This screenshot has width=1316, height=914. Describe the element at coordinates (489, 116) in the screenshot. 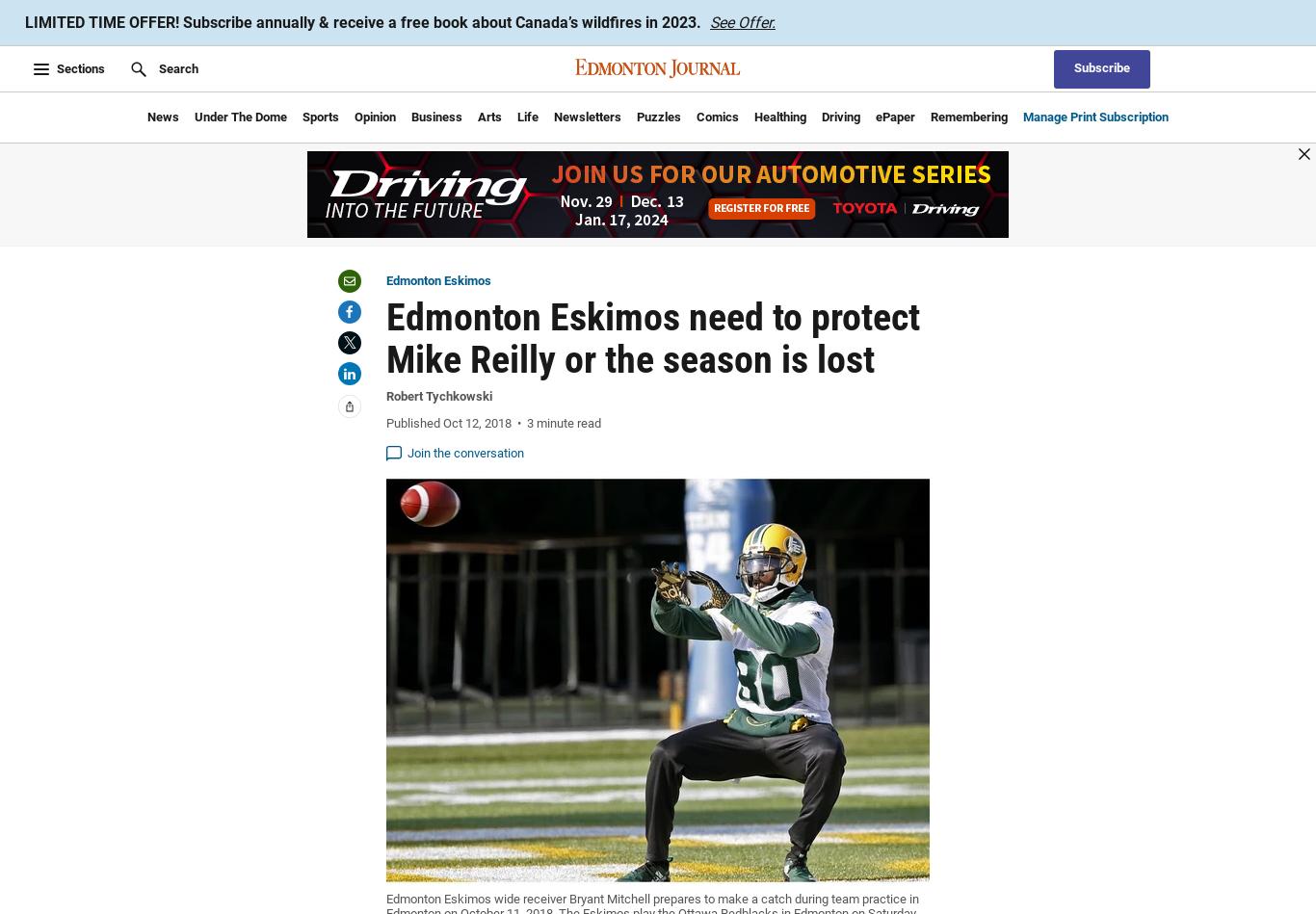

I see `'Arts'` at that location.